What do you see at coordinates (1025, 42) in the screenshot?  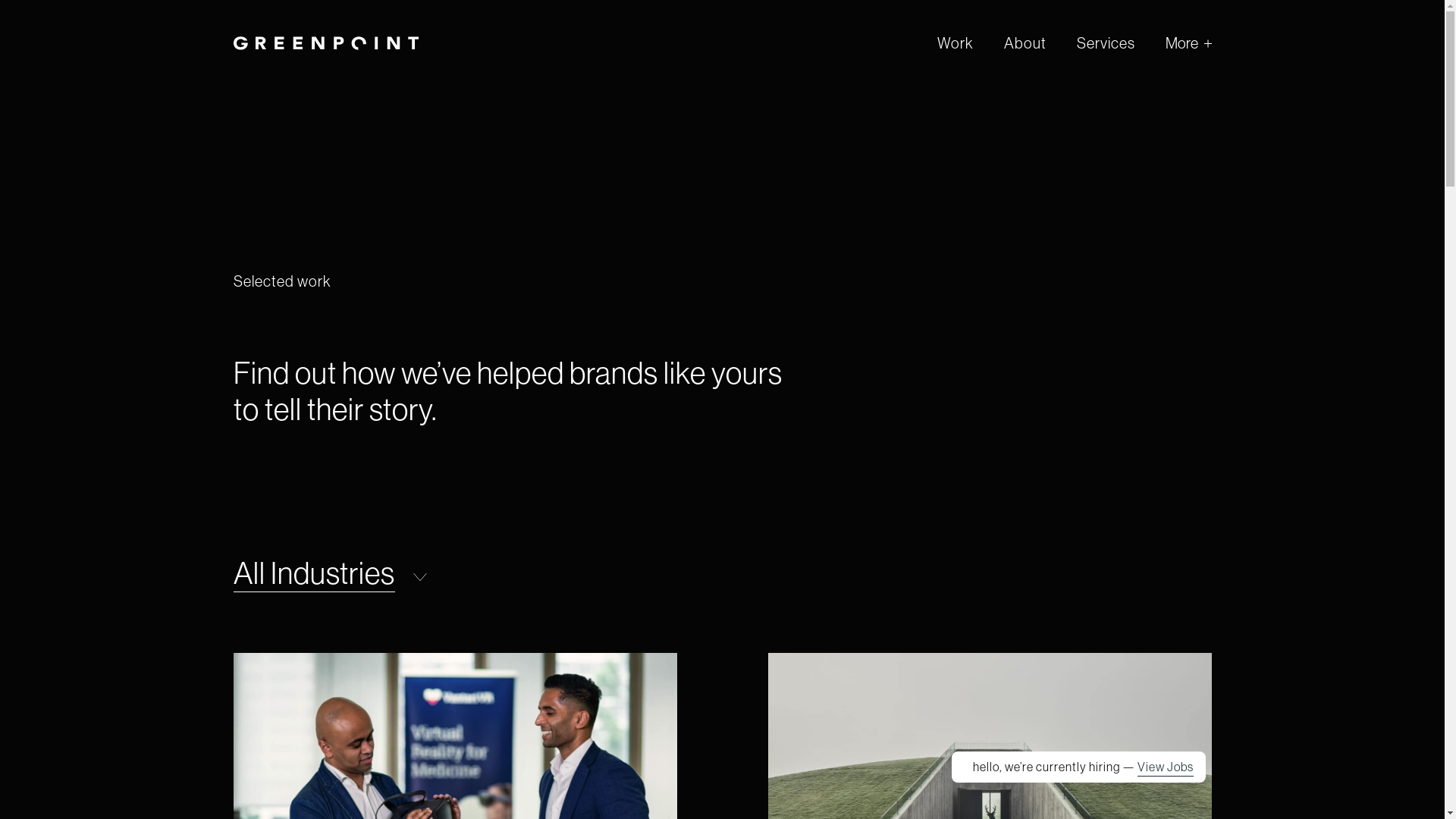 I see `'About'` at bounding box center [1025, 42].